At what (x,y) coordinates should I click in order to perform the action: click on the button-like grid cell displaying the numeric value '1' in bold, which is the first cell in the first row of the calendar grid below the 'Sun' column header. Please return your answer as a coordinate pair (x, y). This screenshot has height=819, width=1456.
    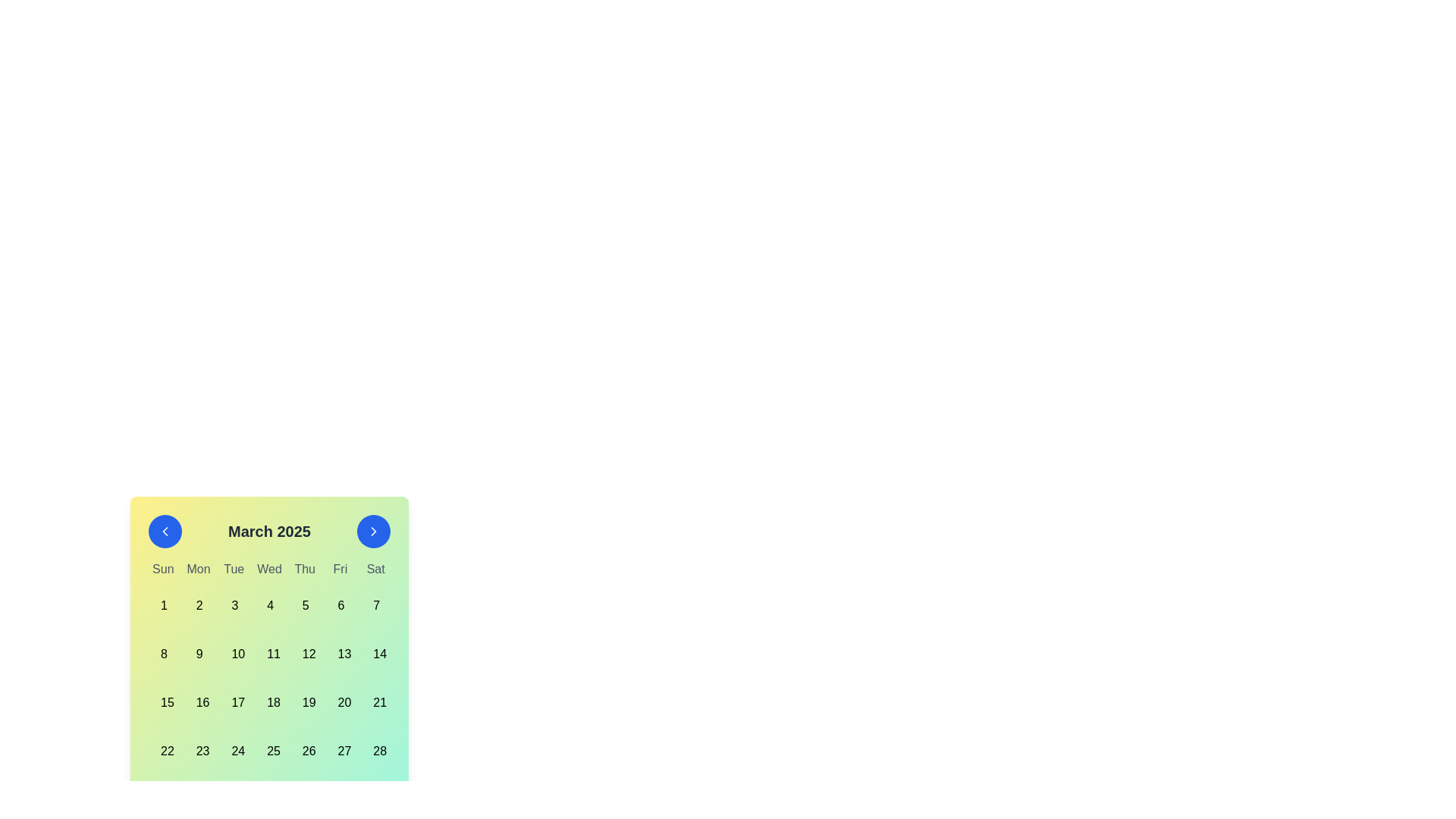
    Looking at the image, I should click on (163, 604).